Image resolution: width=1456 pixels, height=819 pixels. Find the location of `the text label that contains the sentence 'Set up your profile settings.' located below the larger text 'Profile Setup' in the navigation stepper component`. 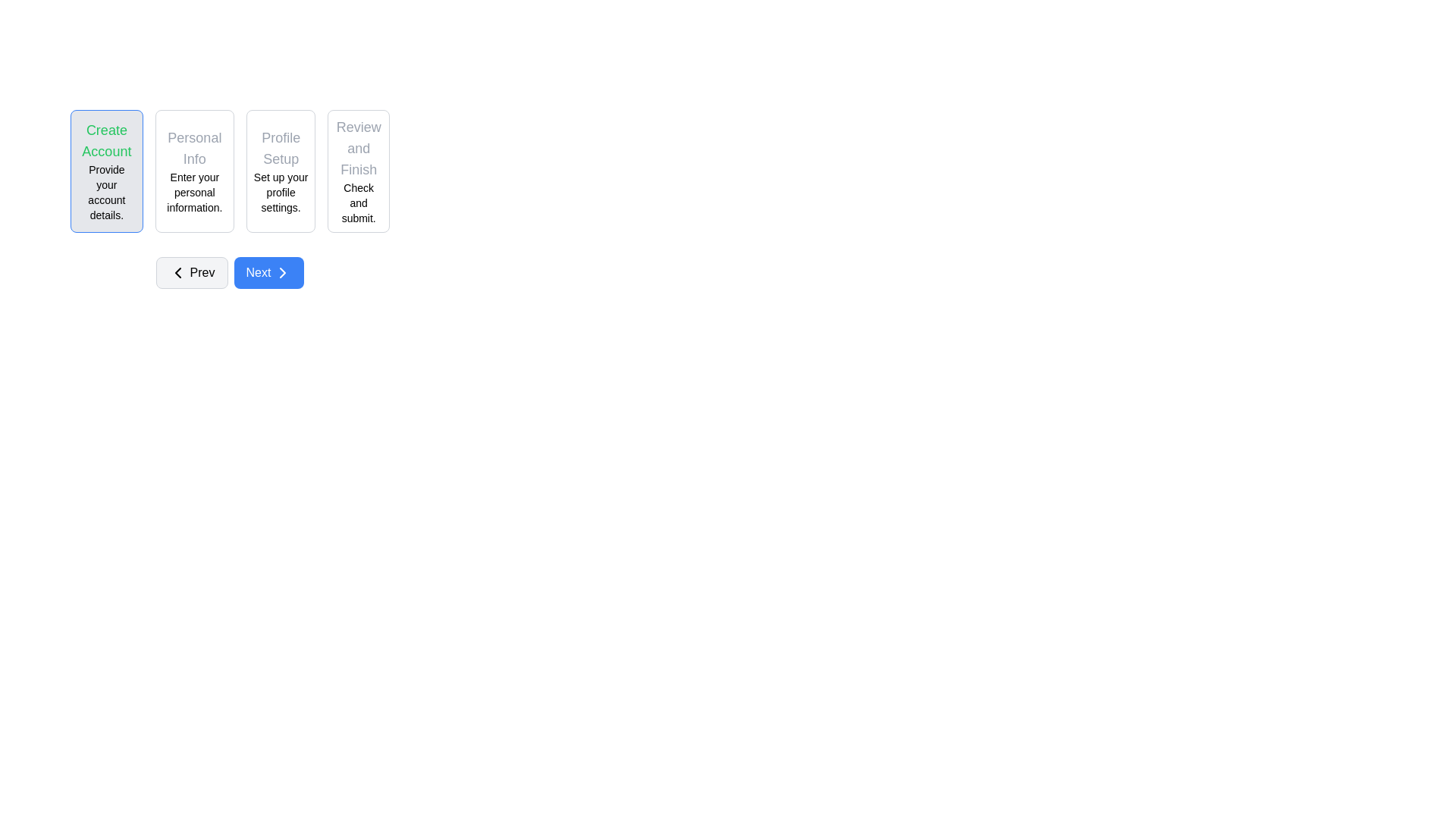

the text label that contains the sentence 'Set up your profile settings.' located below the larger text 'Profile Setup' in the navigation stepper component is located at coordinates (281, 192).